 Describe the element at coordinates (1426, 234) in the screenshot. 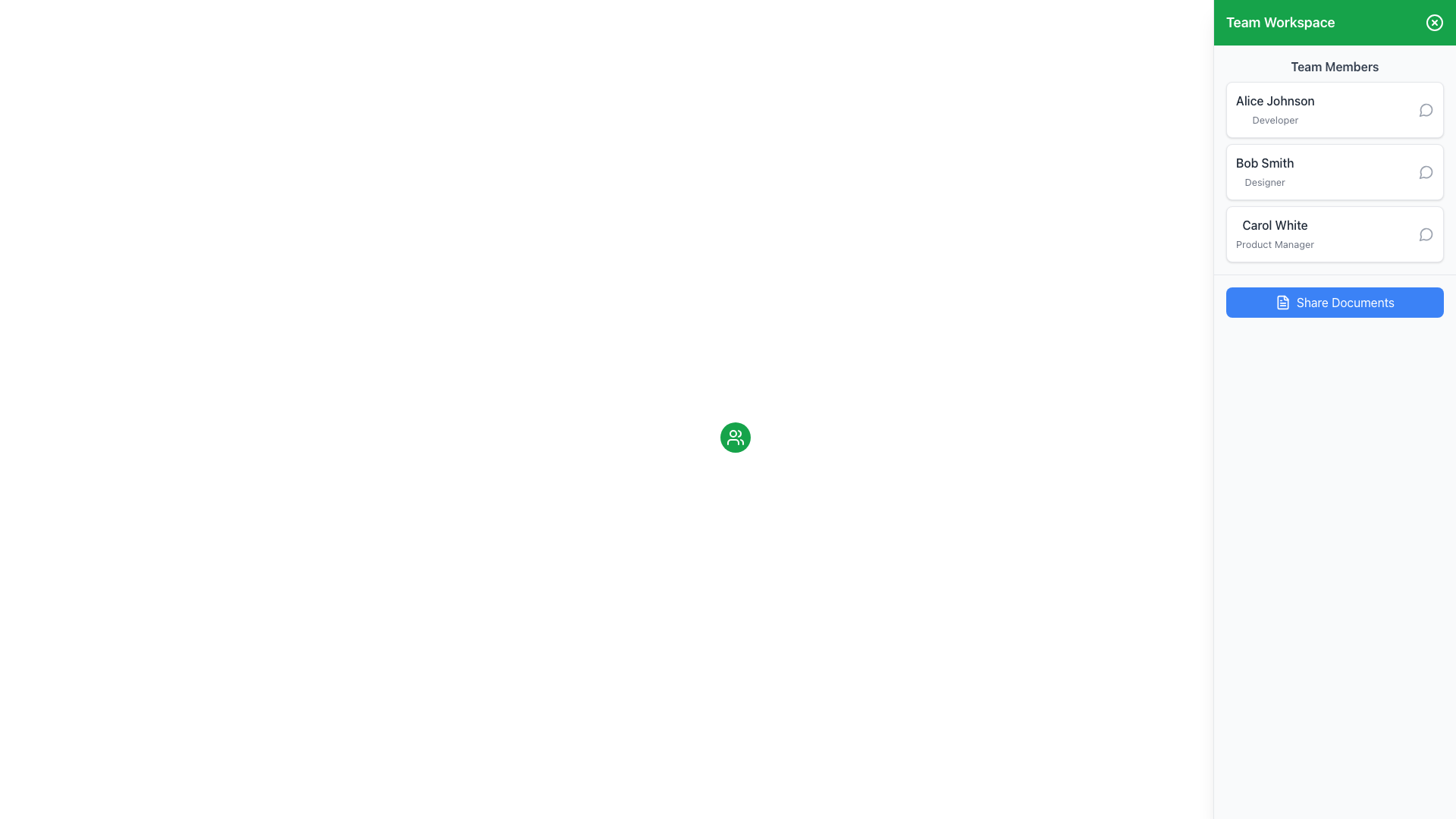

I see `the Icon Button located to the right of 'Carol White' and 'Product Manager' in the 'Team Members' section to initiate a conversation or view messages` at that location.